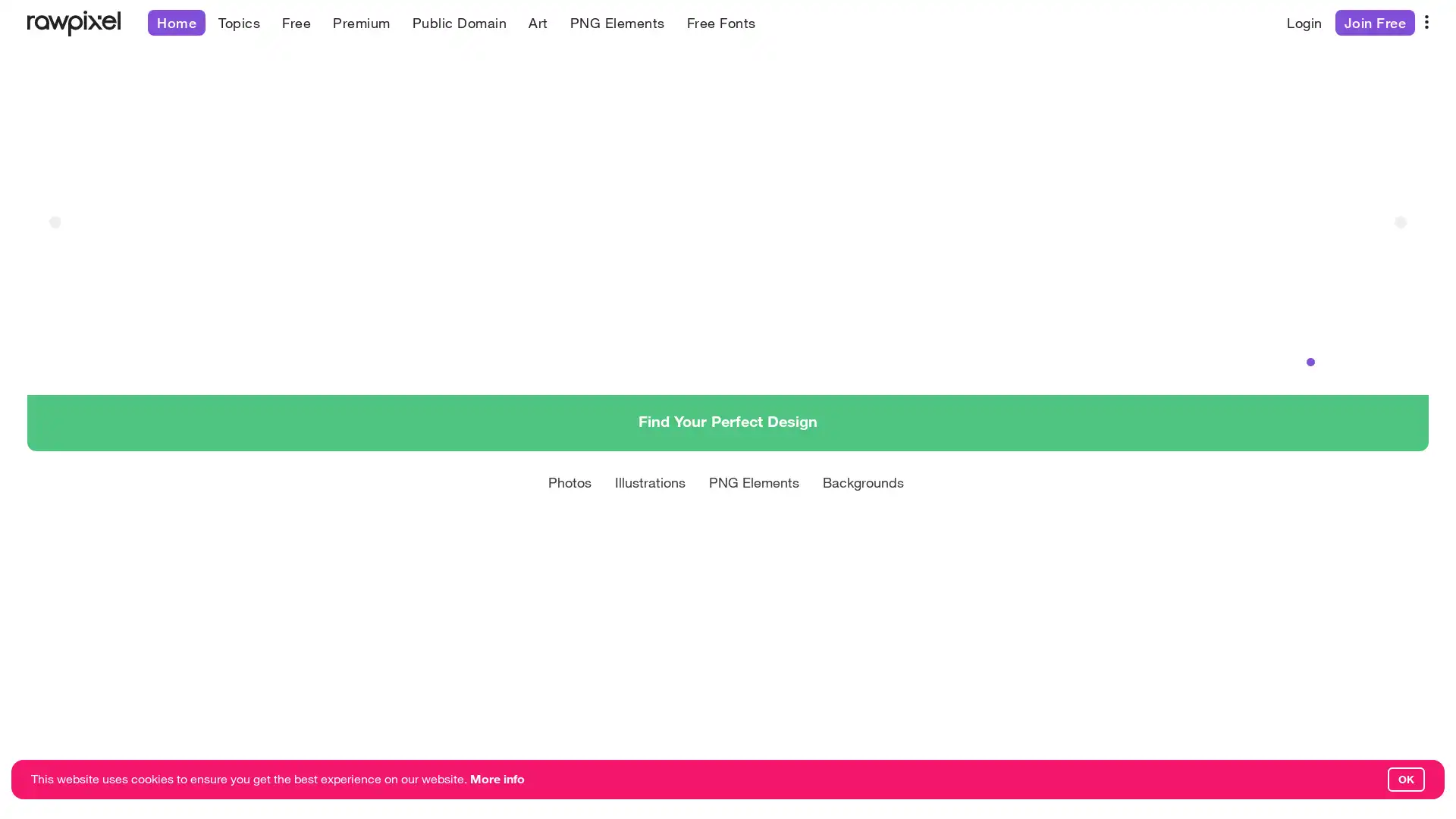 The height and width of the screenshot is (819, 1456). I want to click on Save, so click(52, 769).